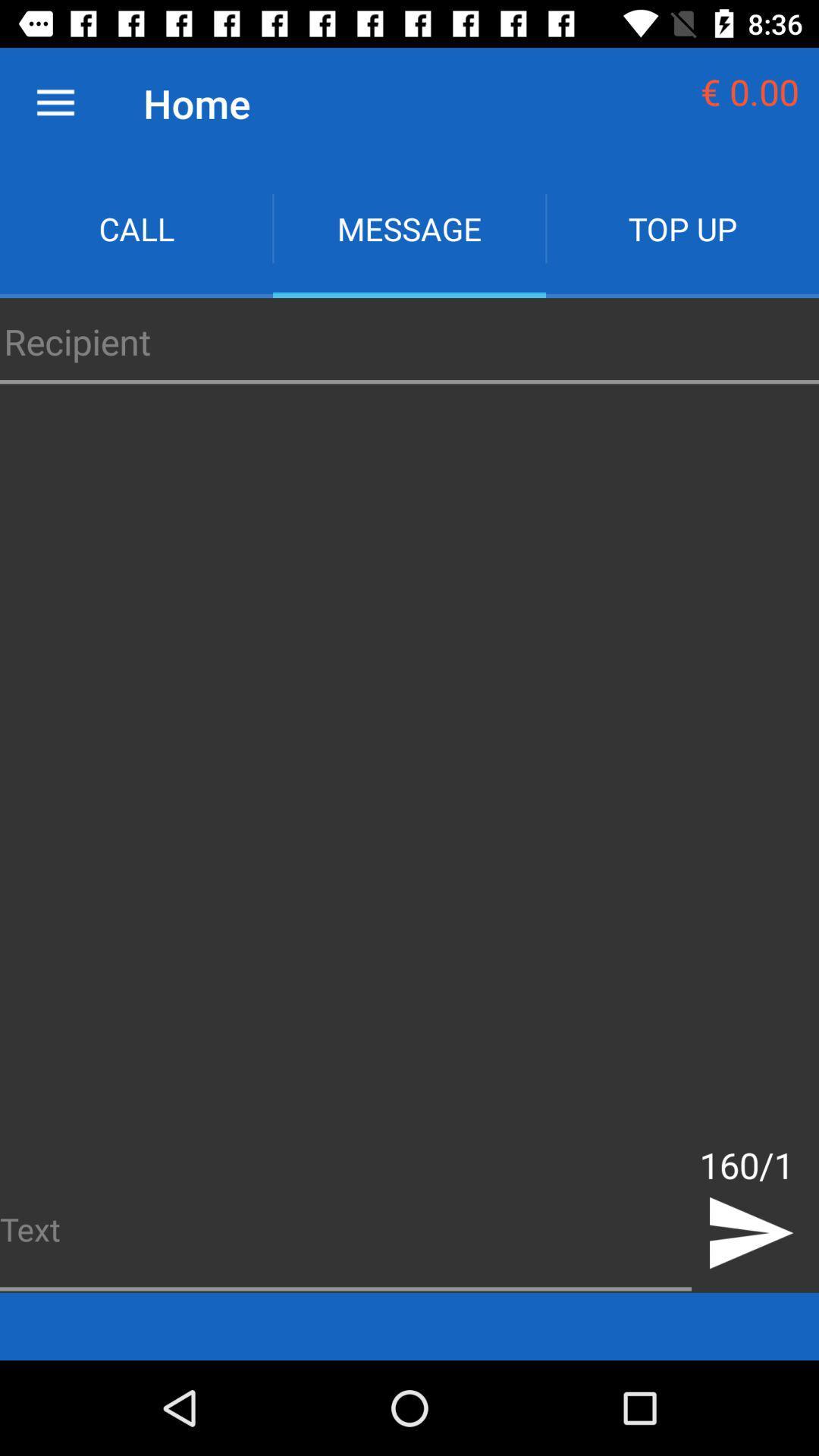 The height and width of the screenshot is (1456, 819). I want to click on top up, so click(681, 227).